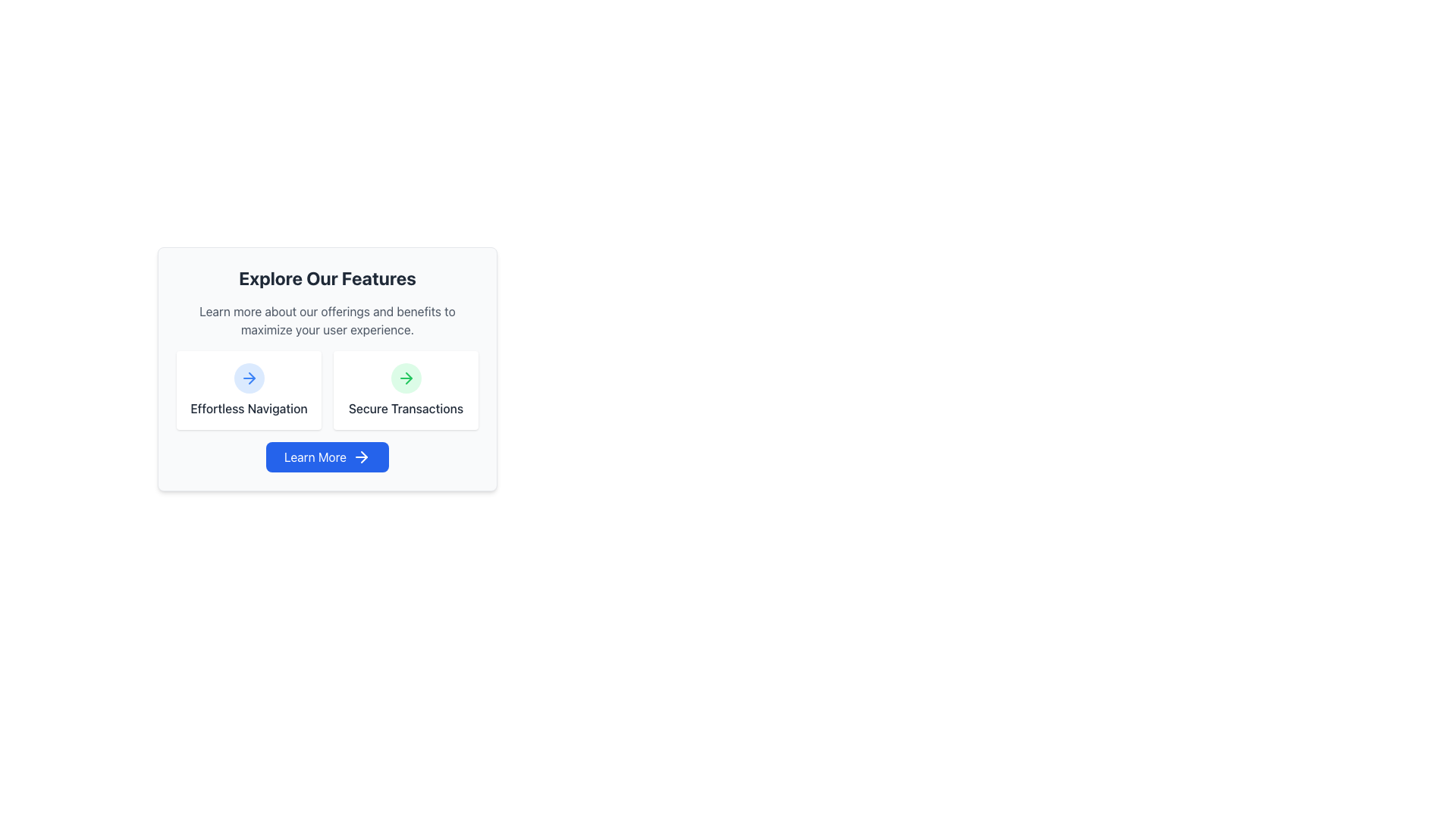 The image size is (1456, 819). Describe the element at coordinates (249, 408) in the screenshot. I see `the text label displaying 'Effortless Navigation', which is located at the bottom of a card in the left column of a two-column layout` at that location.